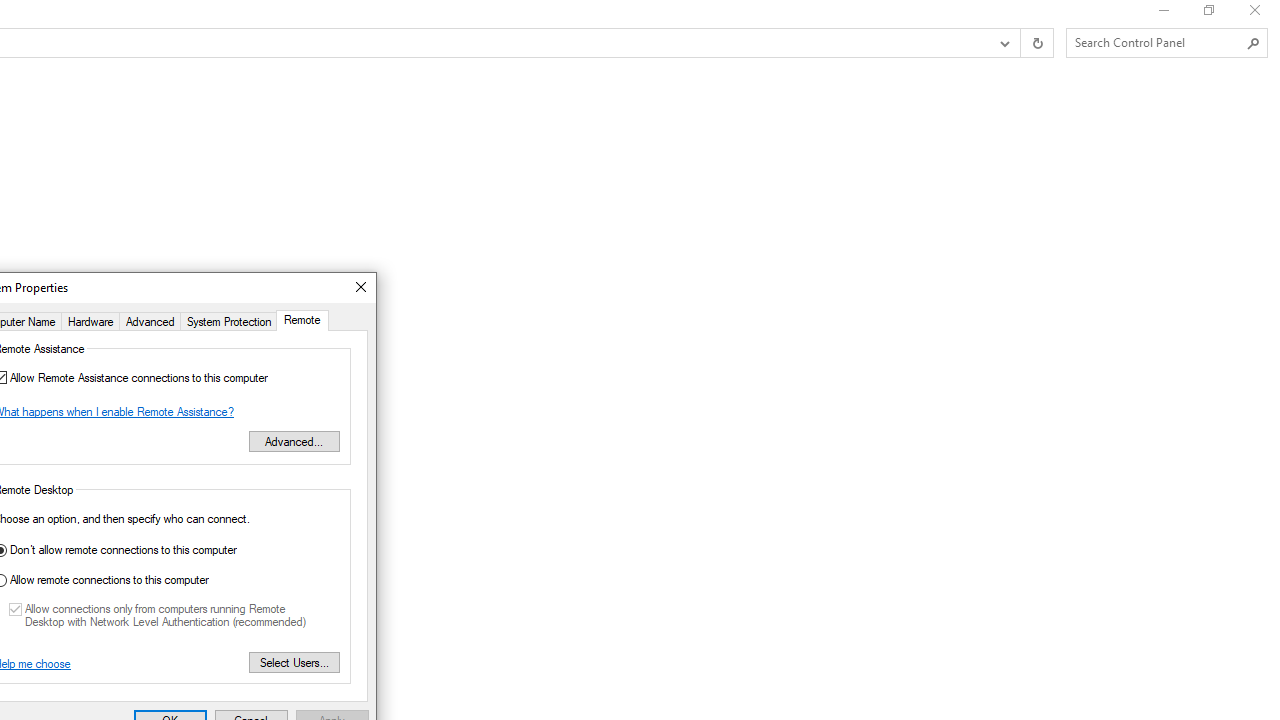 The image size is (1280, 720). Describe the element at coordinates (301, 319) in the screenshot. I see `'Remote'` at that location.